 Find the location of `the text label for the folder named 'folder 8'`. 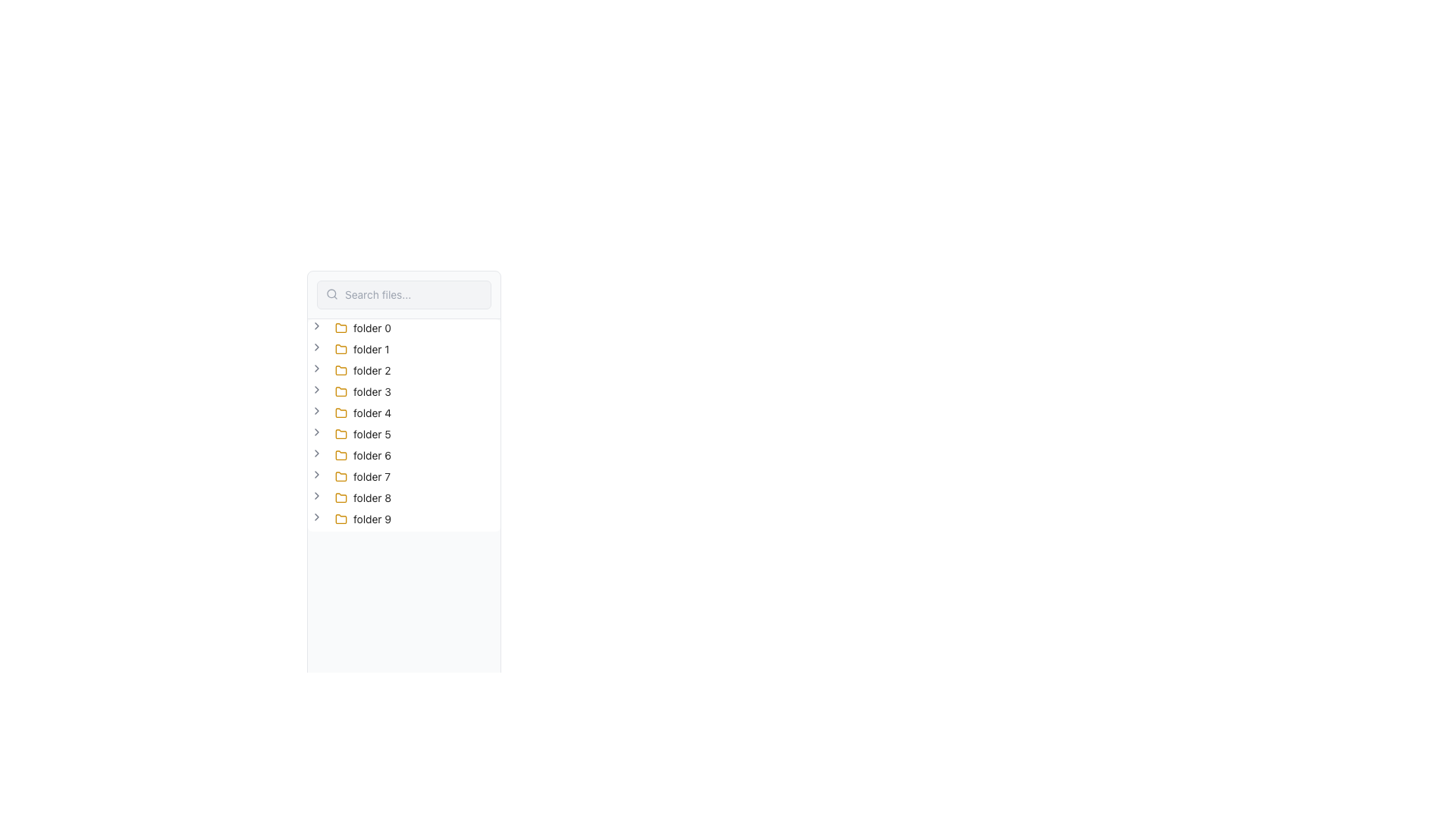

the text label for the folder named 'folder 8' is located at coordinates (372, 497).